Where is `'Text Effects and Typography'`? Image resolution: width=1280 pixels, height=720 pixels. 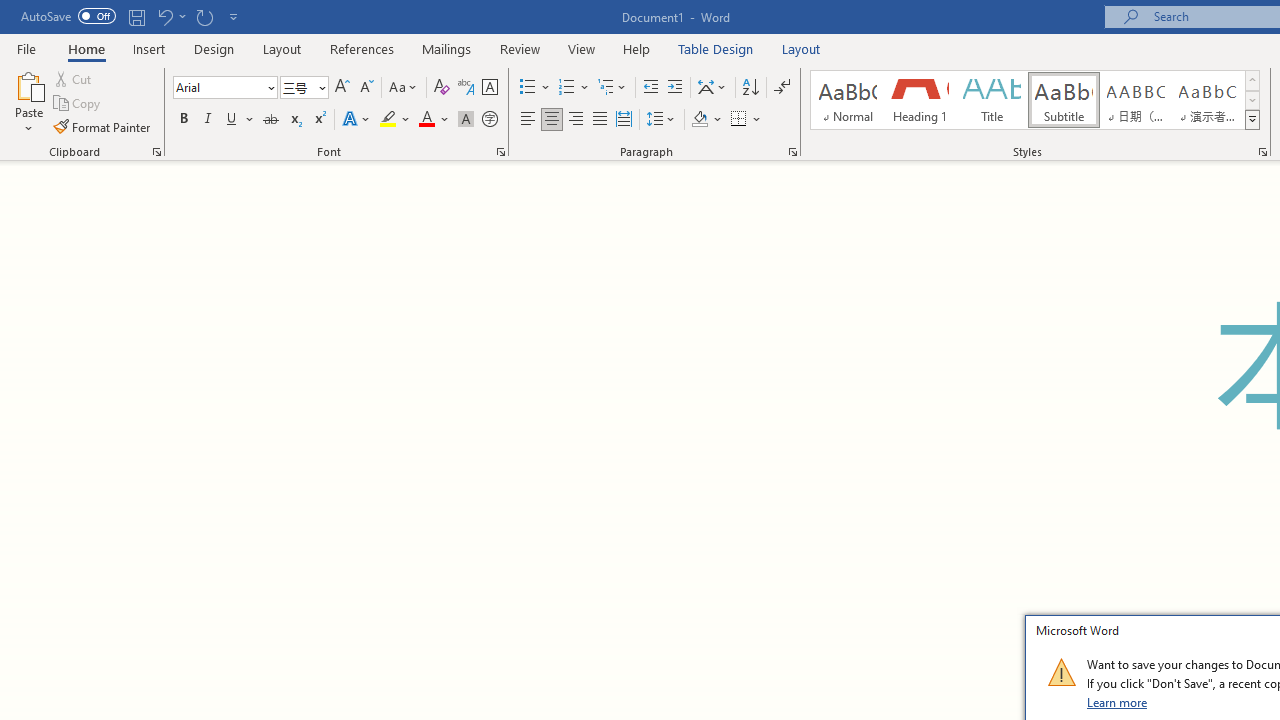 'Text Effects and Typography' is located at coordinates (357, 119).